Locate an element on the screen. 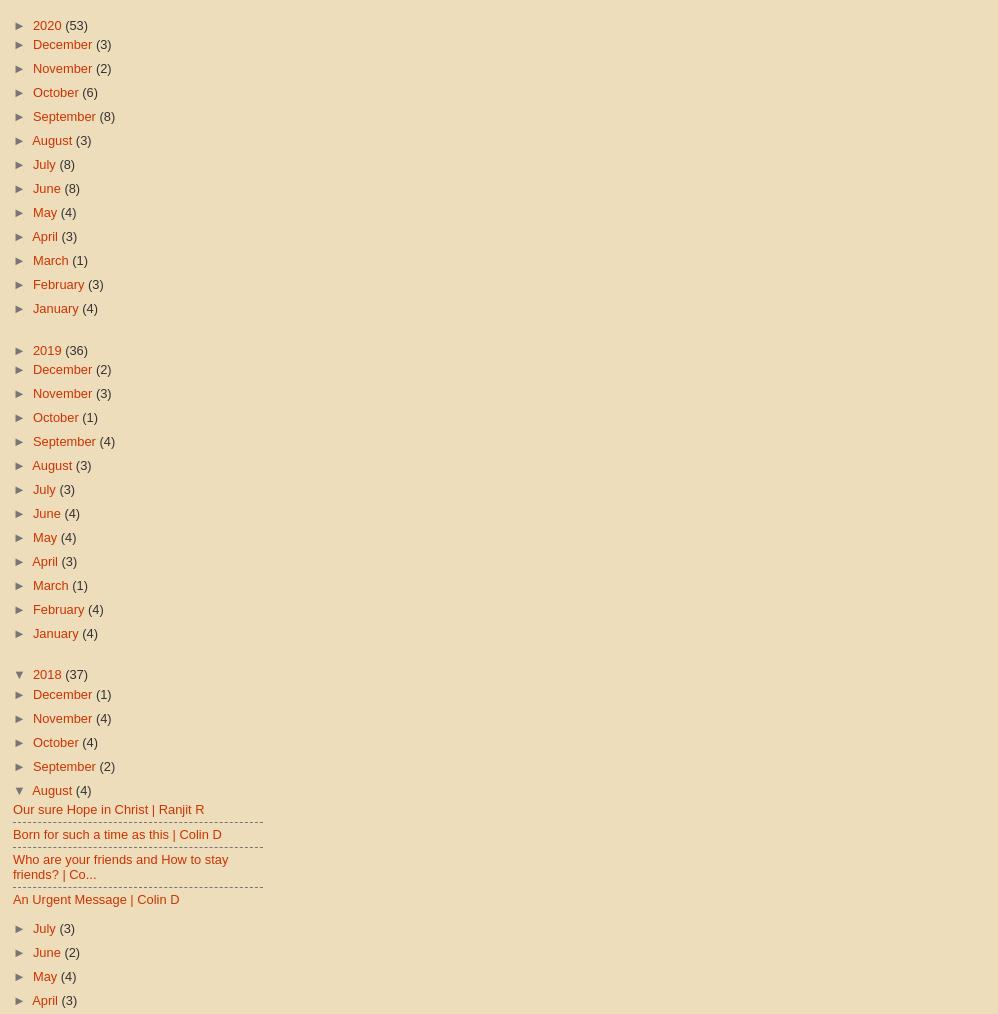  '2019' is located at coordinates (32, 348).